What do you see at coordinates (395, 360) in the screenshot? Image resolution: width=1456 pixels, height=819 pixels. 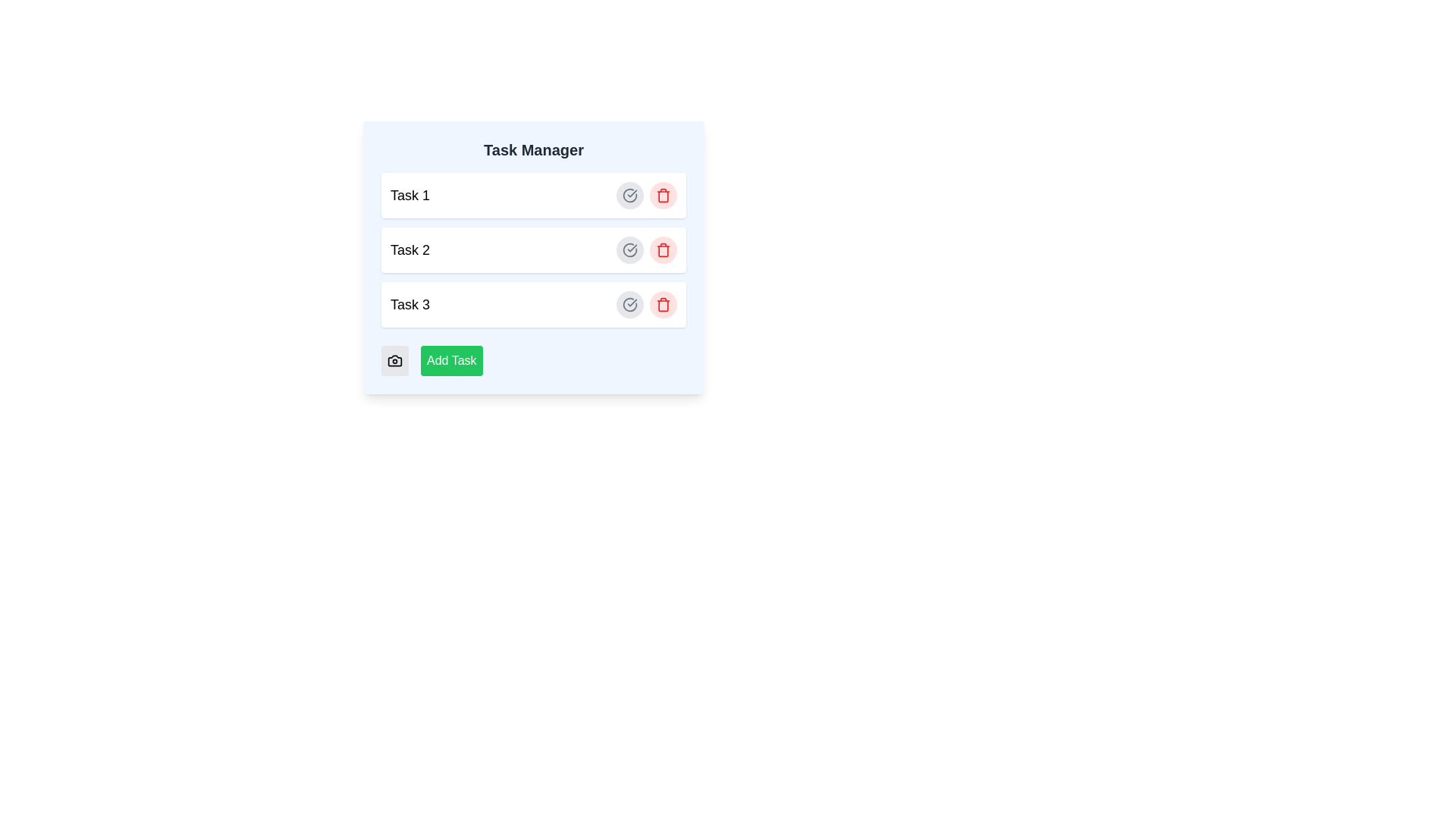 I see `the square button with a light gray background and a black camera icon, located at the bottom-left corner of the 'Task Manager' interface` at bounding box center [395, 360].